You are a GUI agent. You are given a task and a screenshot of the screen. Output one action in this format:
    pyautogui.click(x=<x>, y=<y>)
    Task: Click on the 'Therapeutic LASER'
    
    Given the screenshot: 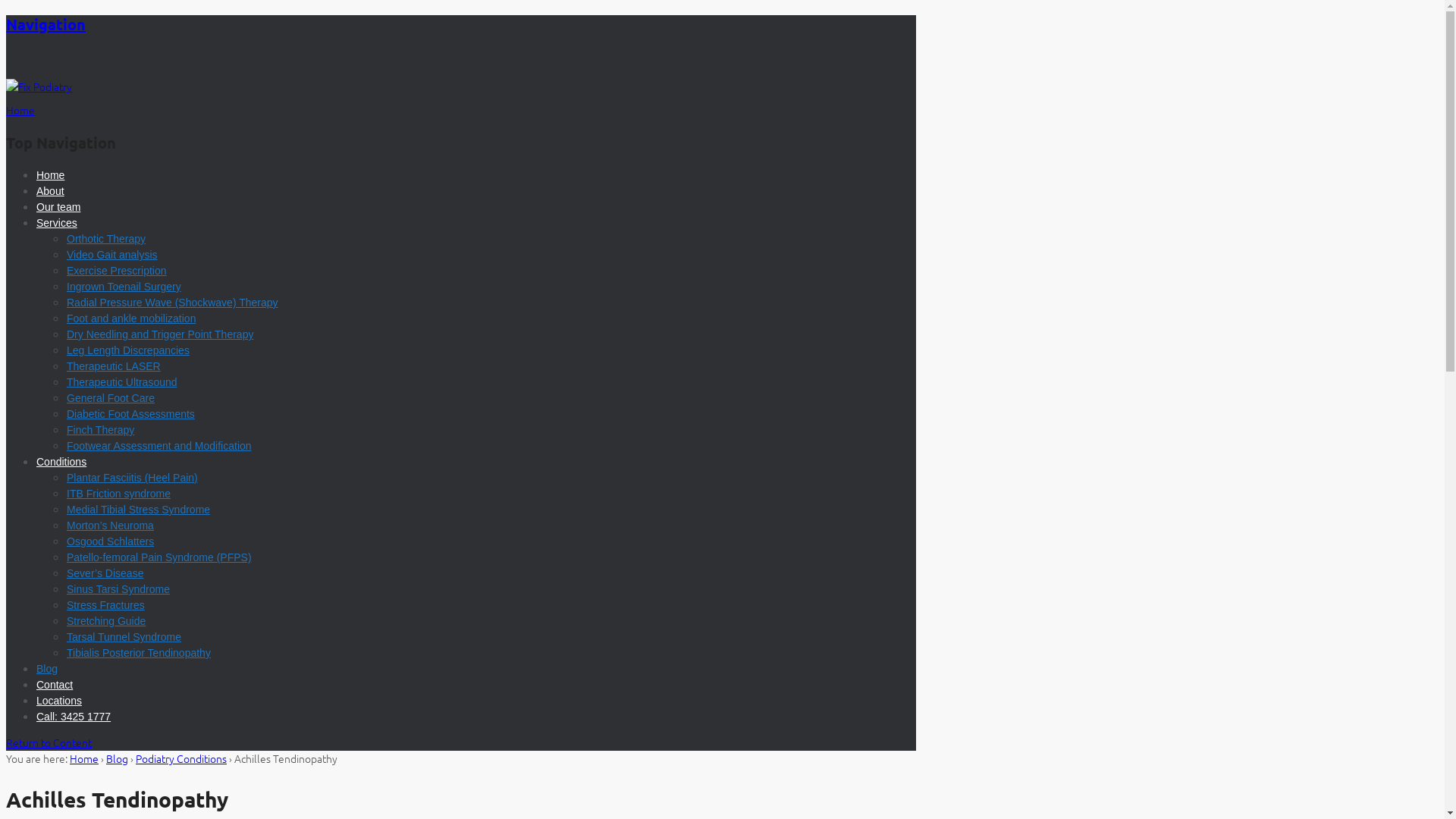 What is the action you would take?
    pyautogui.click(x=112, y=366)
    